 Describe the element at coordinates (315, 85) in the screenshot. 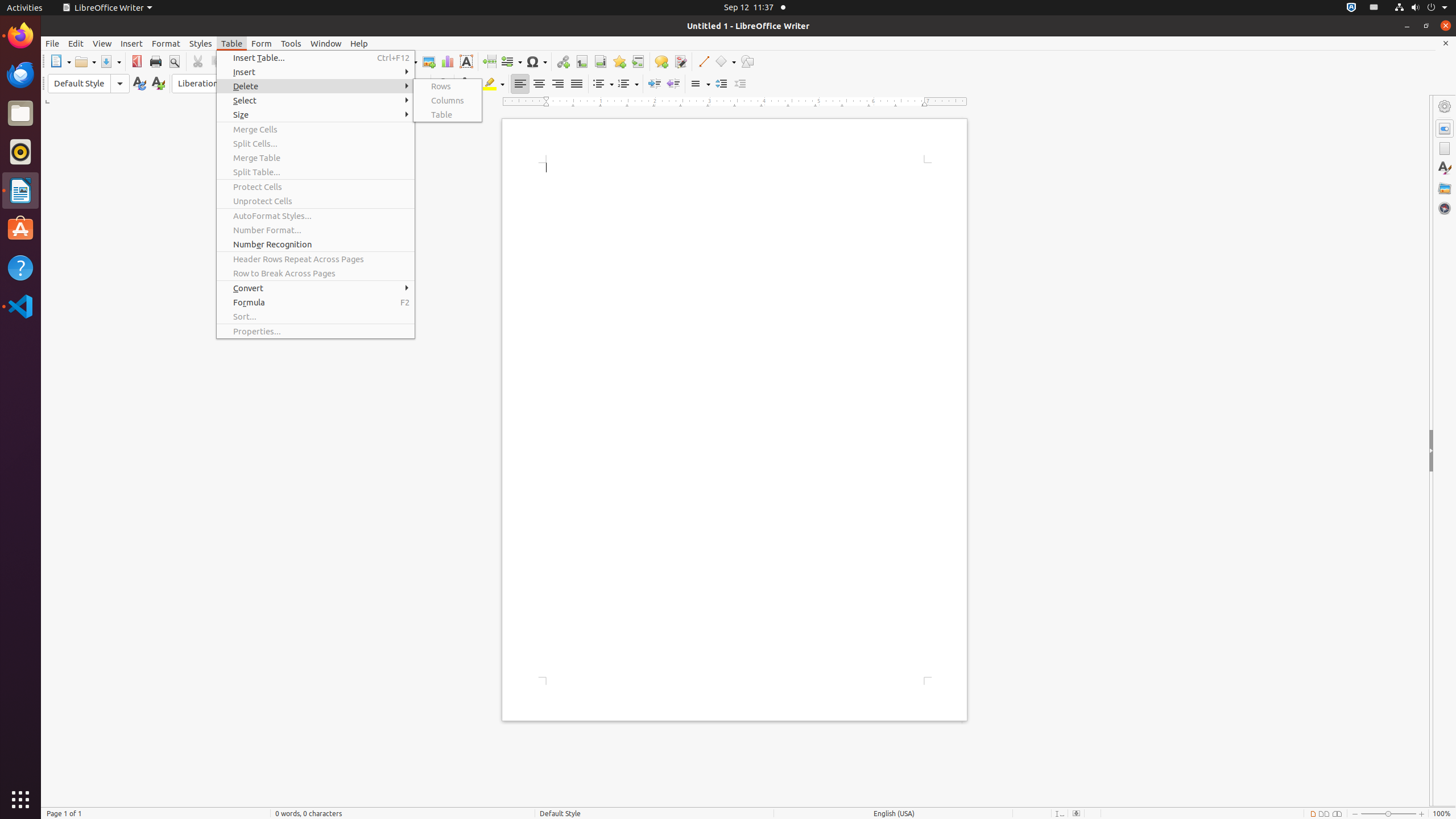

I see `'Delete'` at that location.